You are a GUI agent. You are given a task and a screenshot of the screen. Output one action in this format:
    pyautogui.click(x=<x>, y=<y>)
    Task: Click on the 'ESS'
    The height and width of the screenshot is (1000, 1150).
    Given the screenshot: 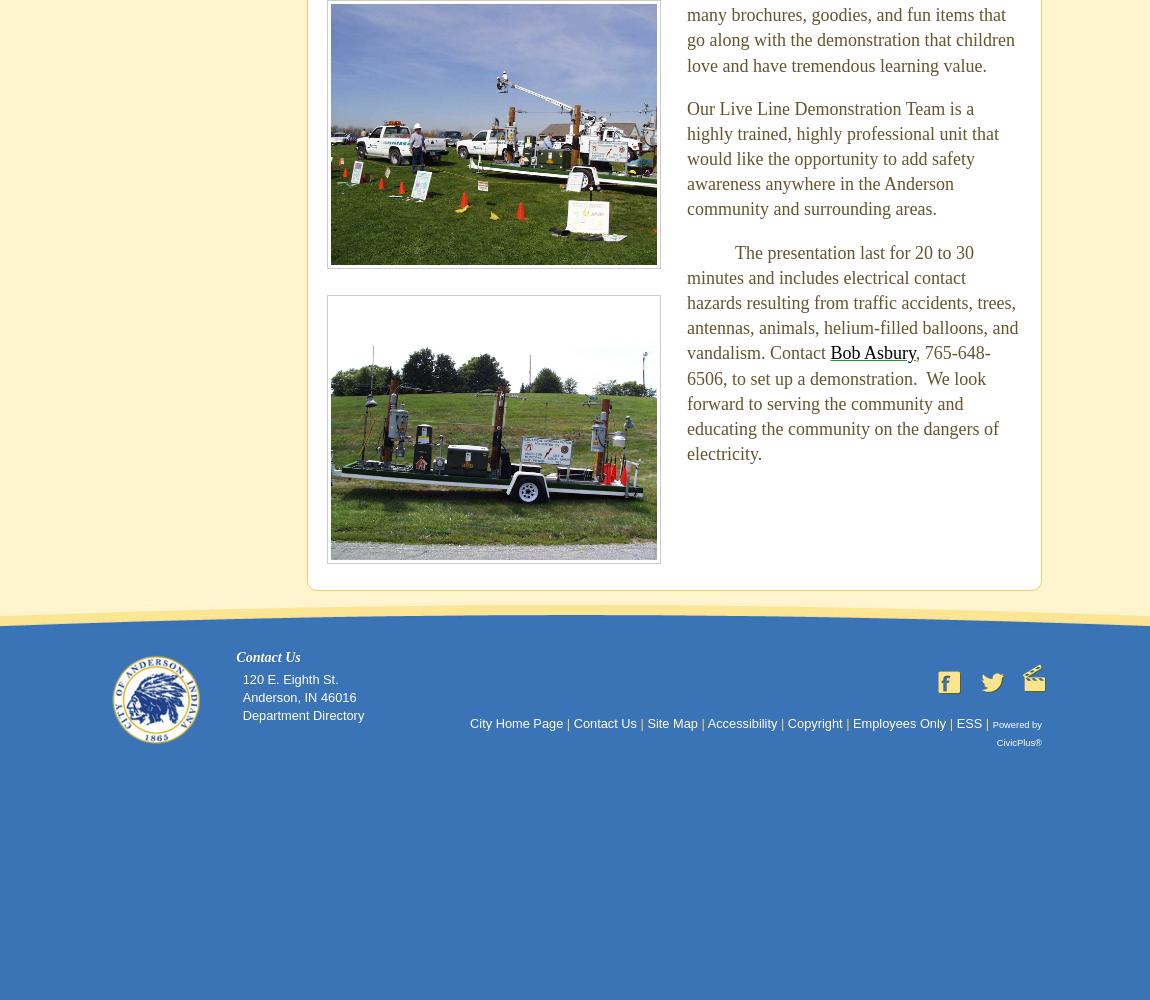 What is the action you would take?
    pyautogui.click(x=968, y=722)
    